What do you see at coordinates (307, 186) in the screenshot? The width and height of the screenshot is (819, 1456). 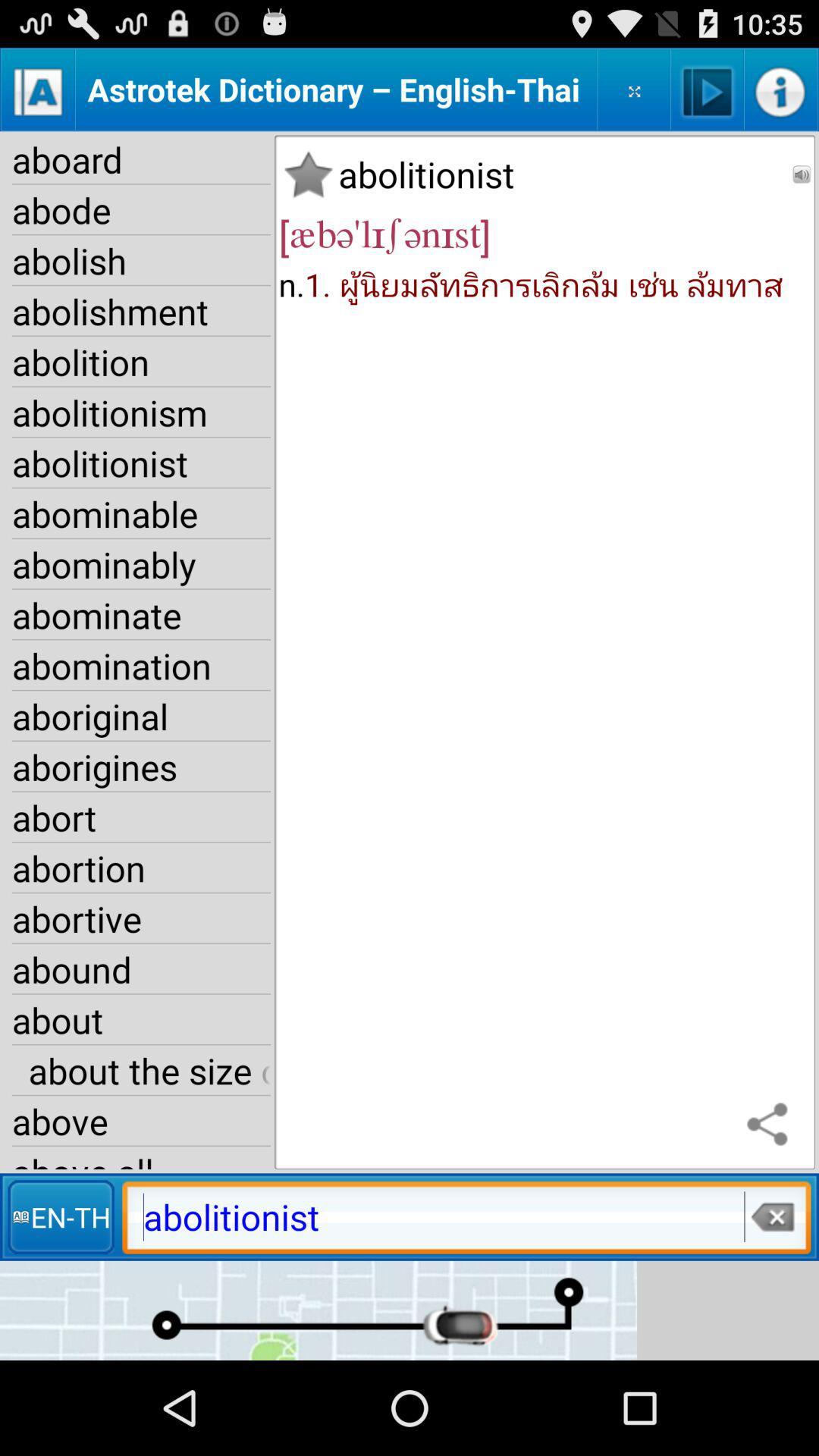 I see `the star icon` at bounding box center [307, 186].